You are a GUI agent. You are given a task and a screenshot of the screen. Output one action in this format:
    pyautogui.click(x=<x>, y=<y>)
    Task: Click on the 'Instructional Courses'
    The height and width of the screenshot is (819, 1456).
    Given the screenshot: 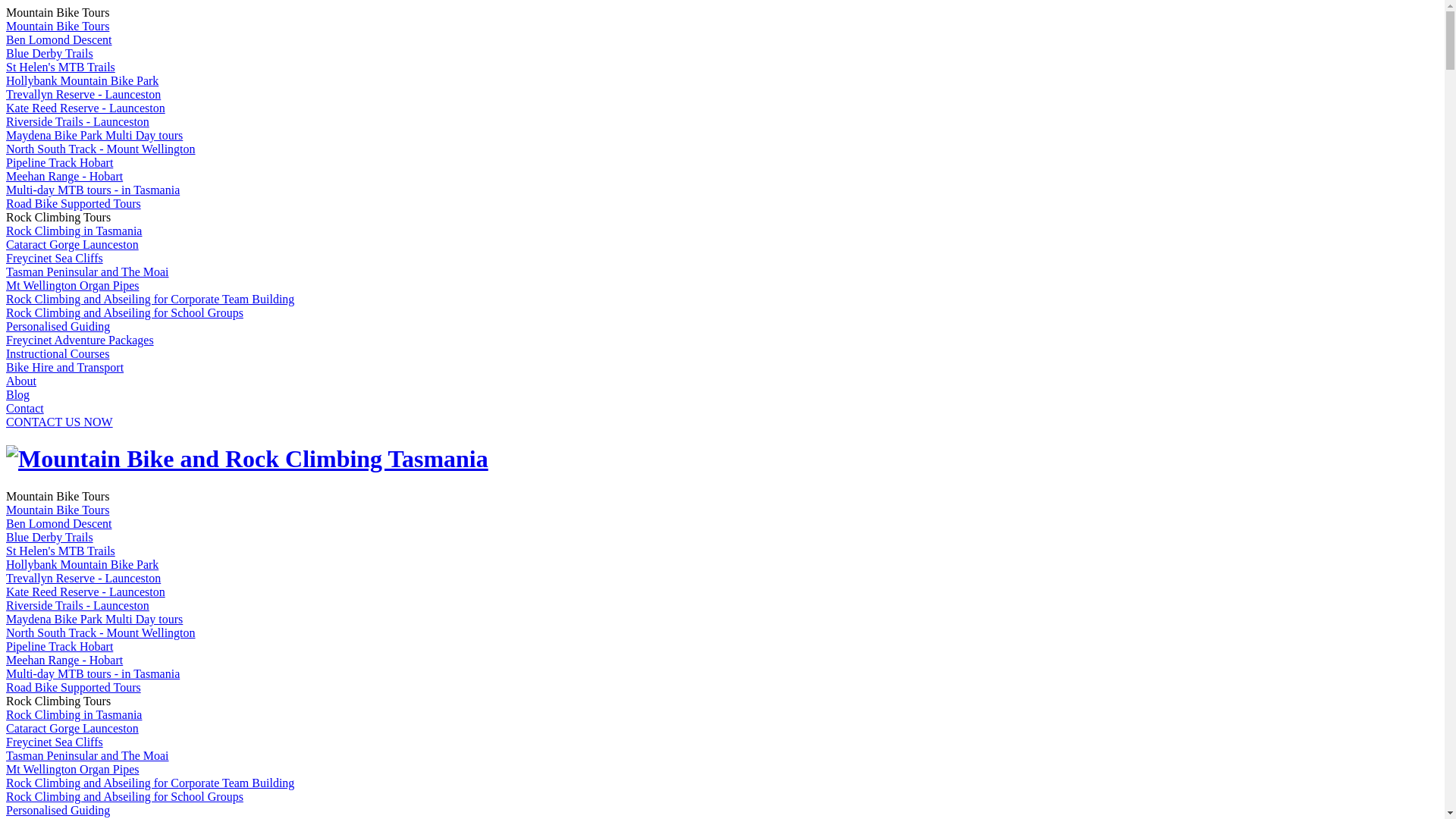 What is the action you would take?
    pyautogui.click(x=58, y=353)
    